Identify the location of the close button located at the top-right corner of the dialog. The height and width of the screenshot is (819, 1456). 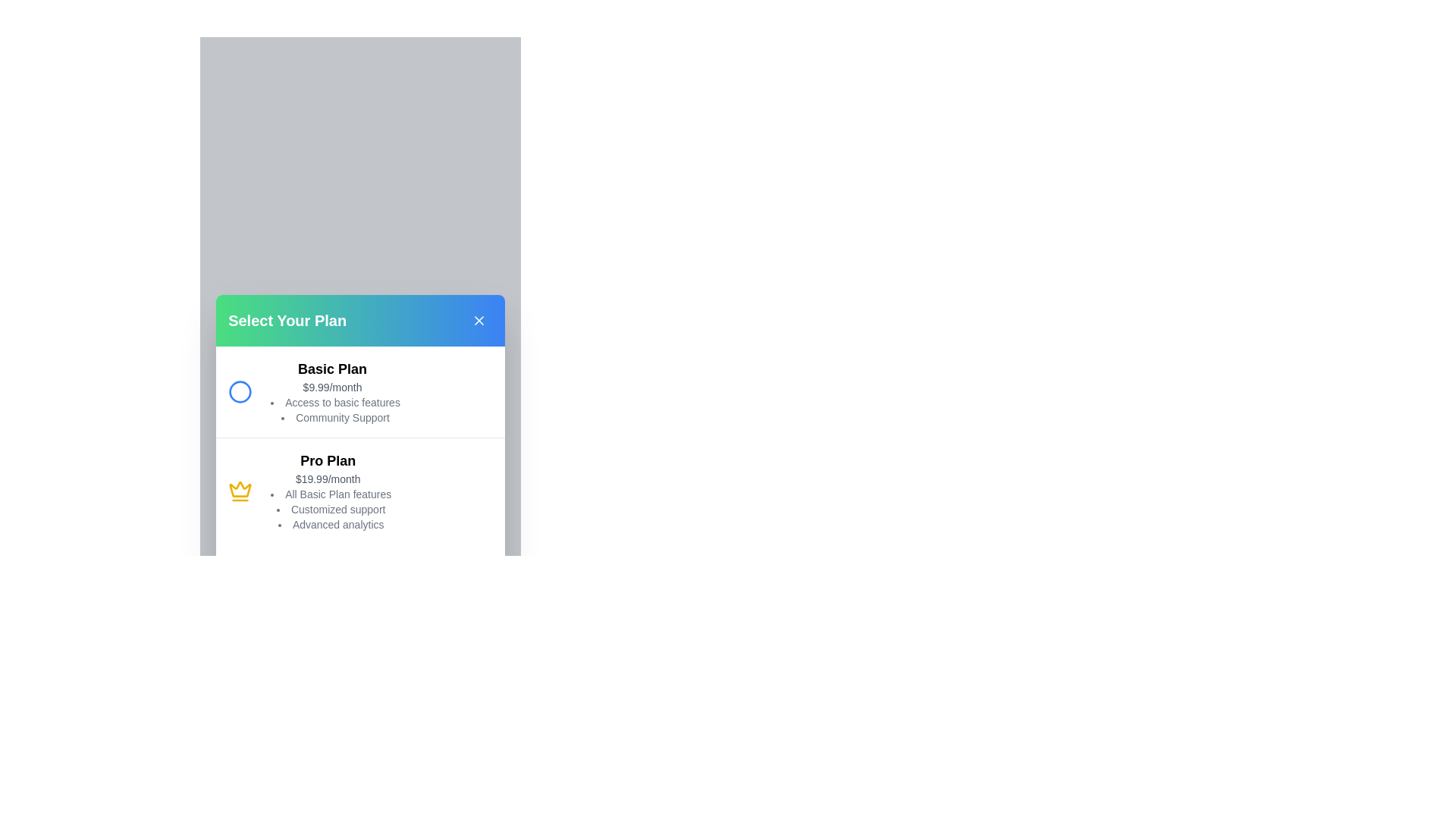
(478, 319).